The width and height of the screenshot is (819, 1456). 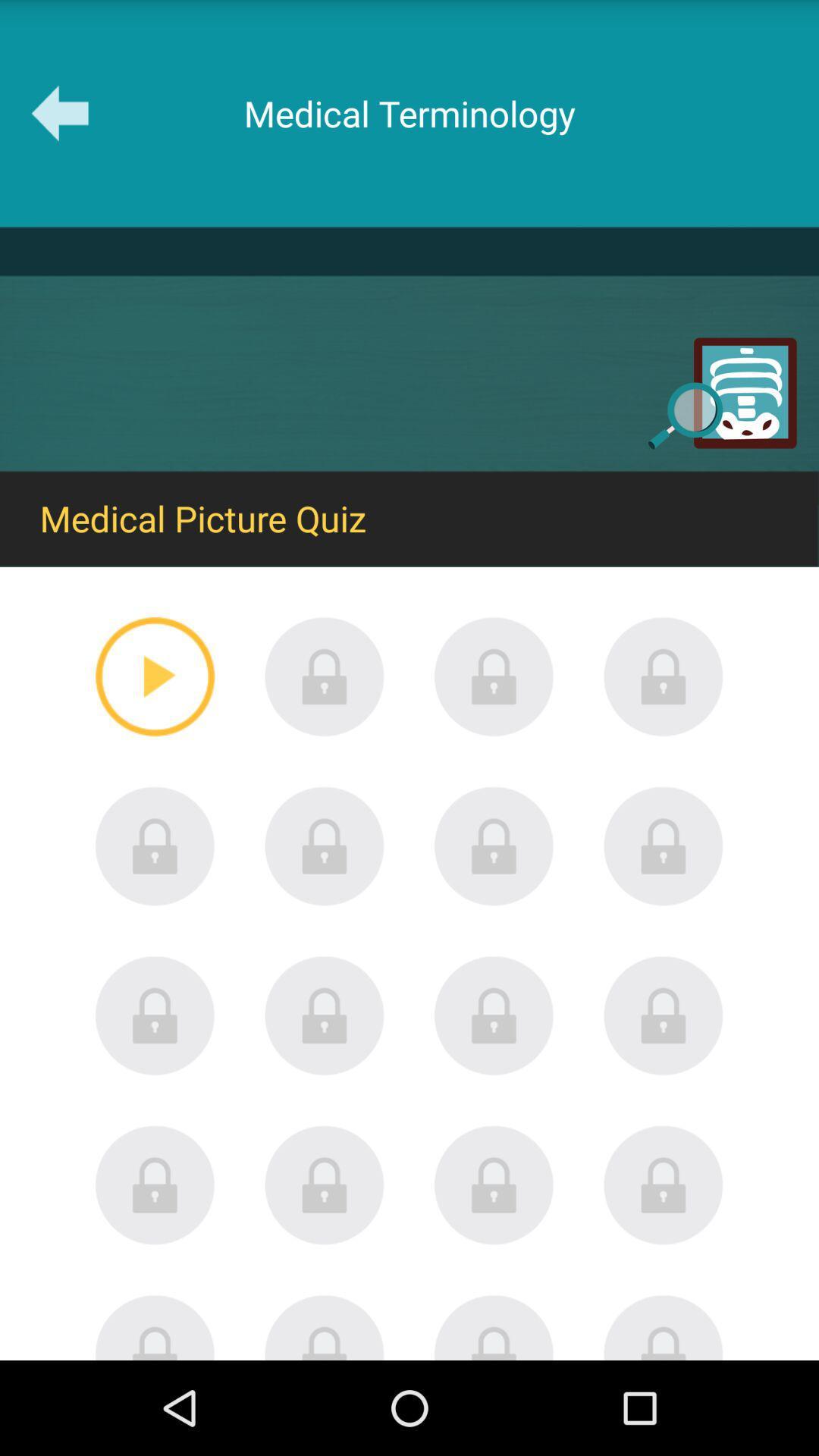 What do you see at coordinates (663, 1185) in the screenshot?
I see `locked item` at bounding box center [663, 1185].